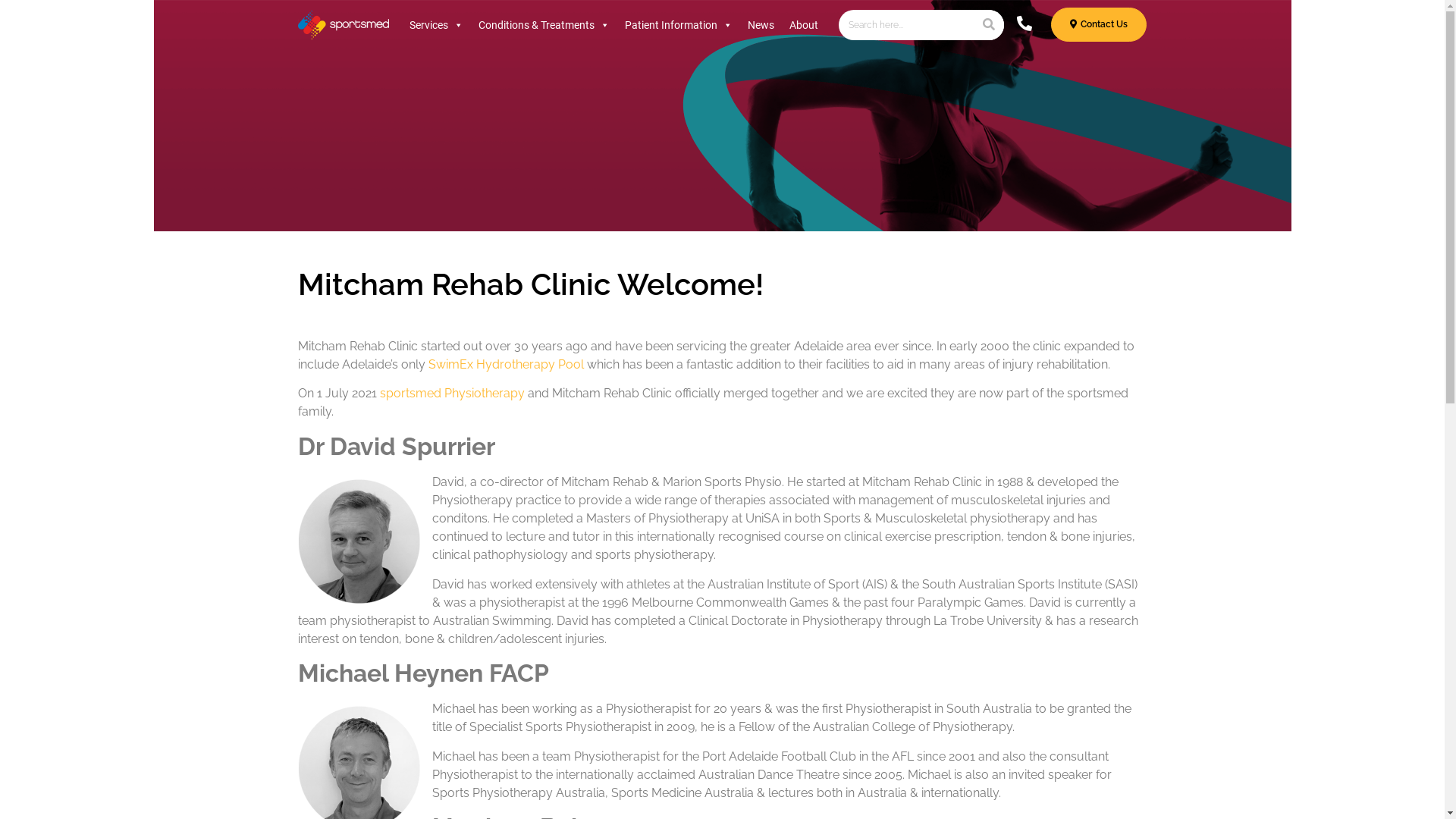 Image resolution: width=1456 pixels, height=819 pixels. Describe the element at coordinates (803, 25) in the screenshot. I see `'About'` at that location.